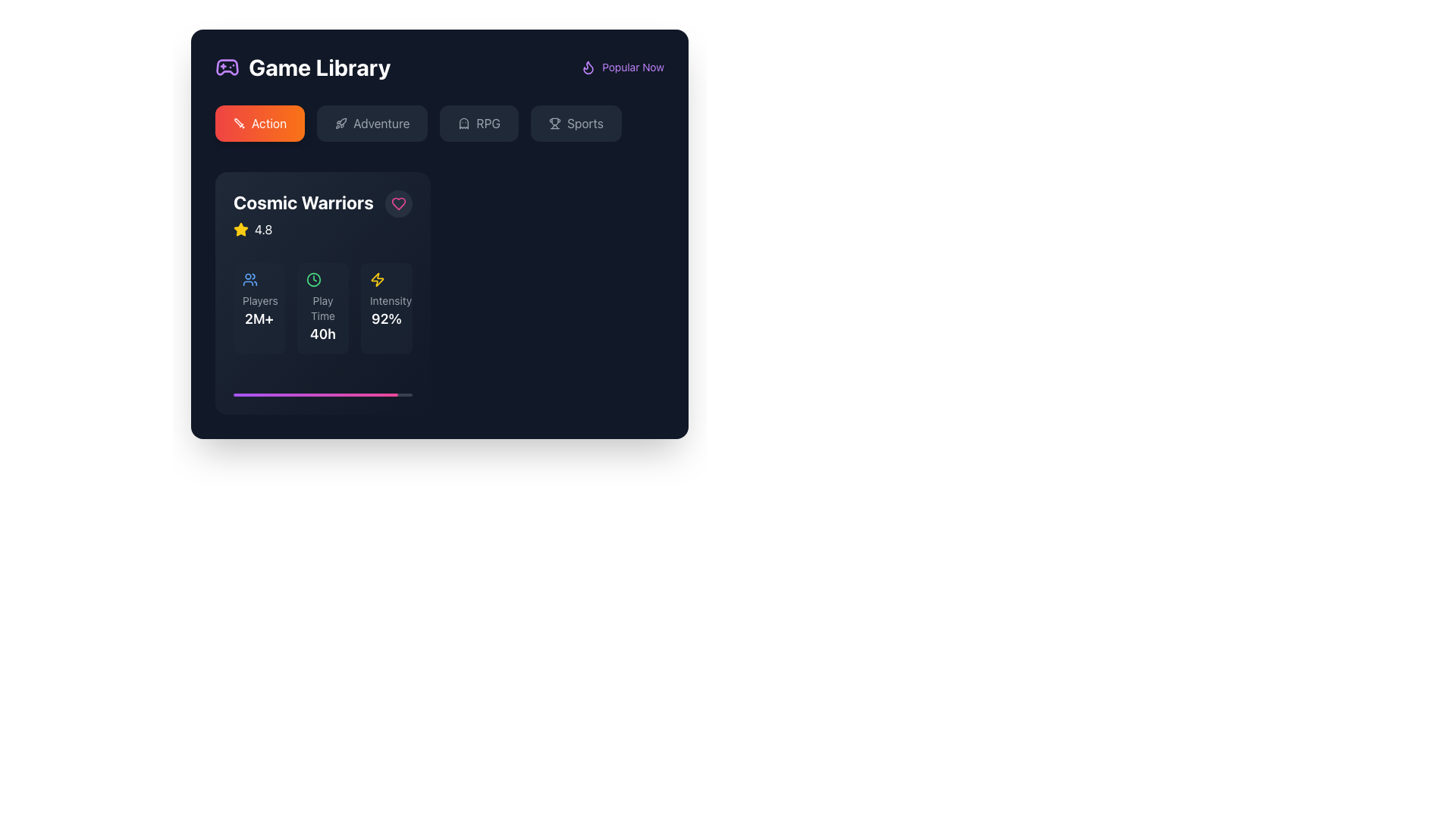 Image resolution: width=1456 pixels, height=819 pixels. I want to click on the decorative icon associated with the 'Game Library' section, so click(226, 66).